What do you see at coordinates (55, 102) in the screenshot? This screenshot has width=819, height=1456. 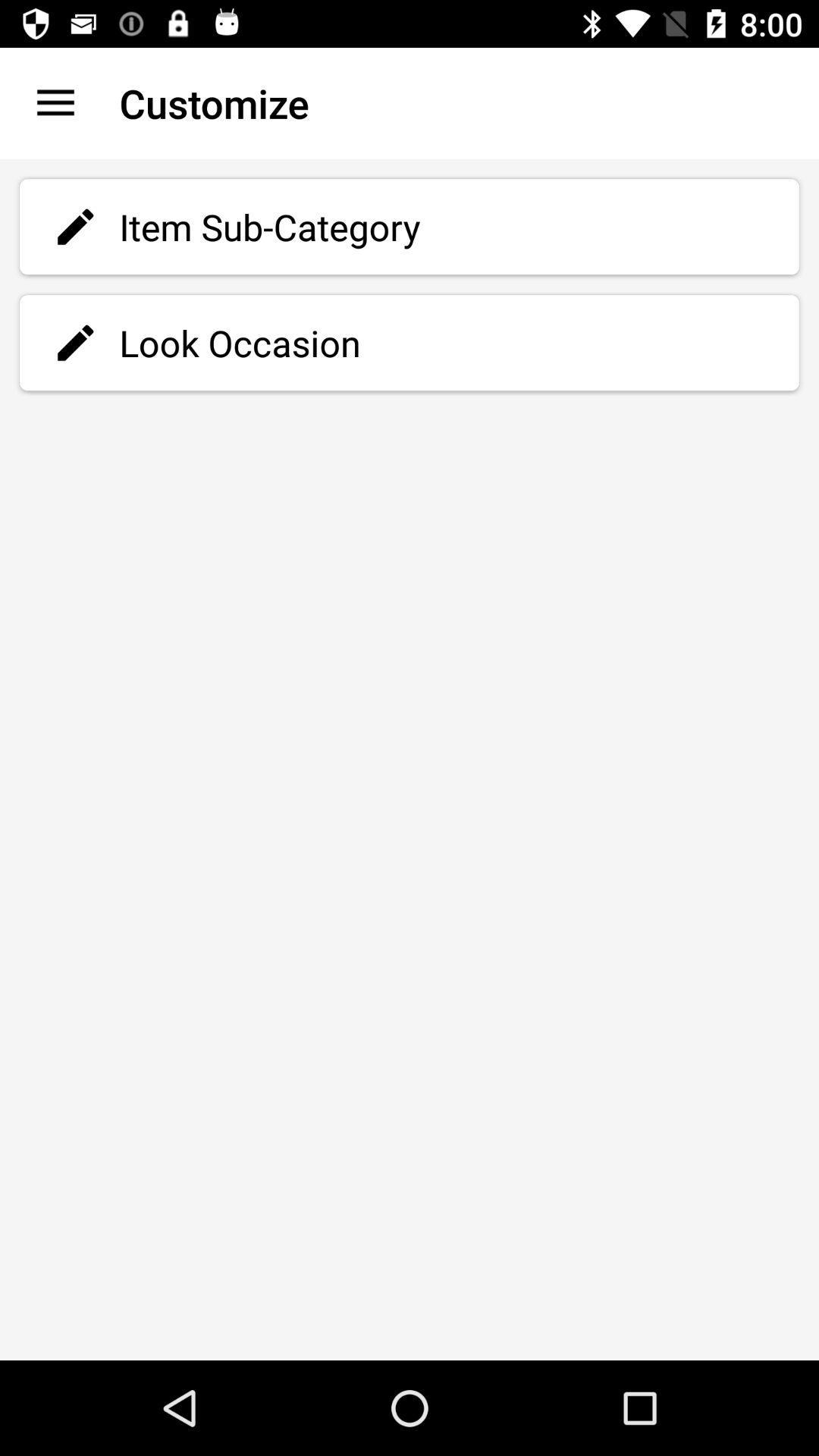 I see `item to the left of the customize icon` at bounding box center [55, 102].